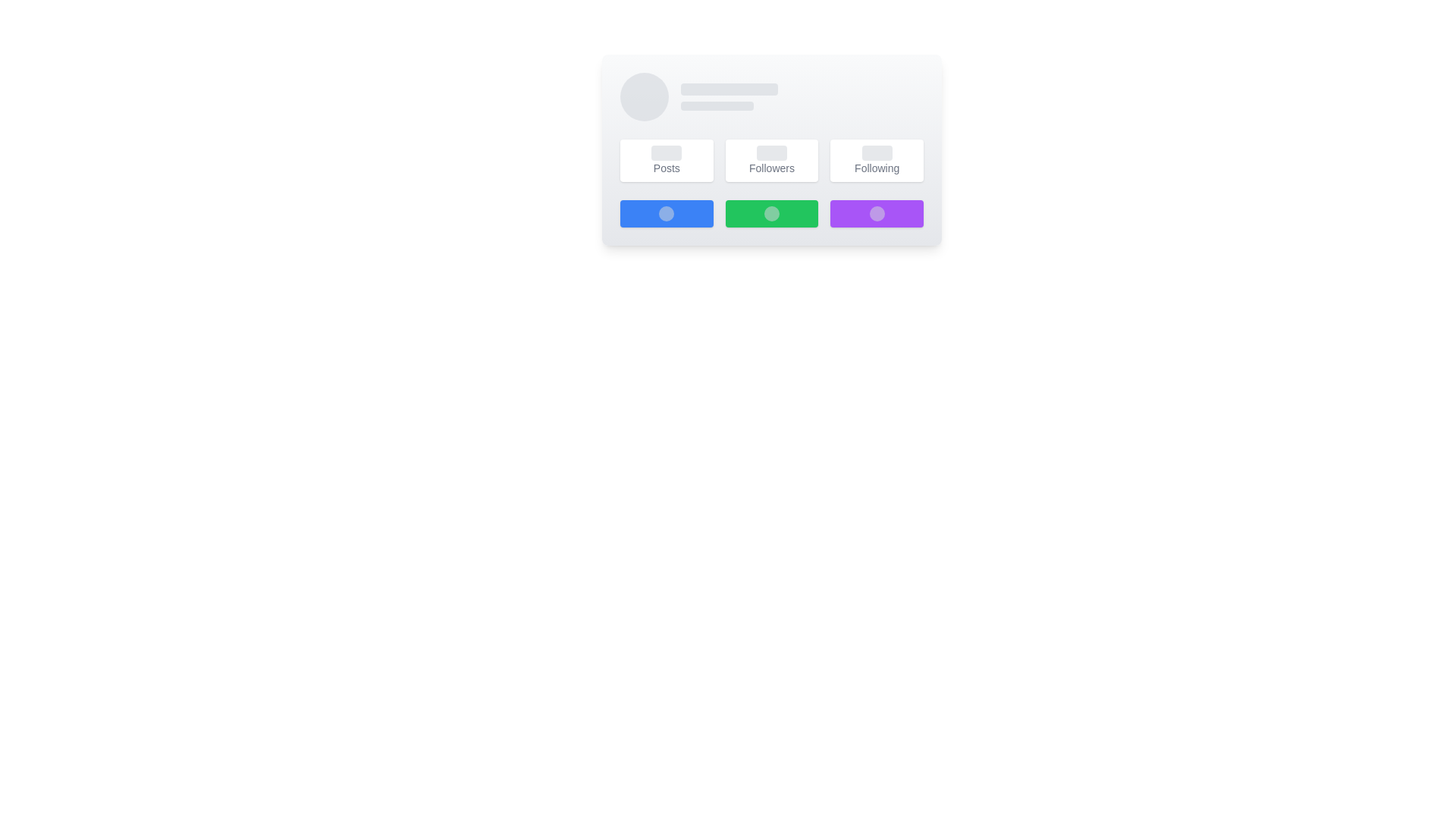 Image resolution: width=1456 pixels, height=819 pixels. Describe the element at coordinates (877, 213) in the screenshot. I see `the visual indicator within the purple button located at the bottom-right of a row of three buttons` at that location.